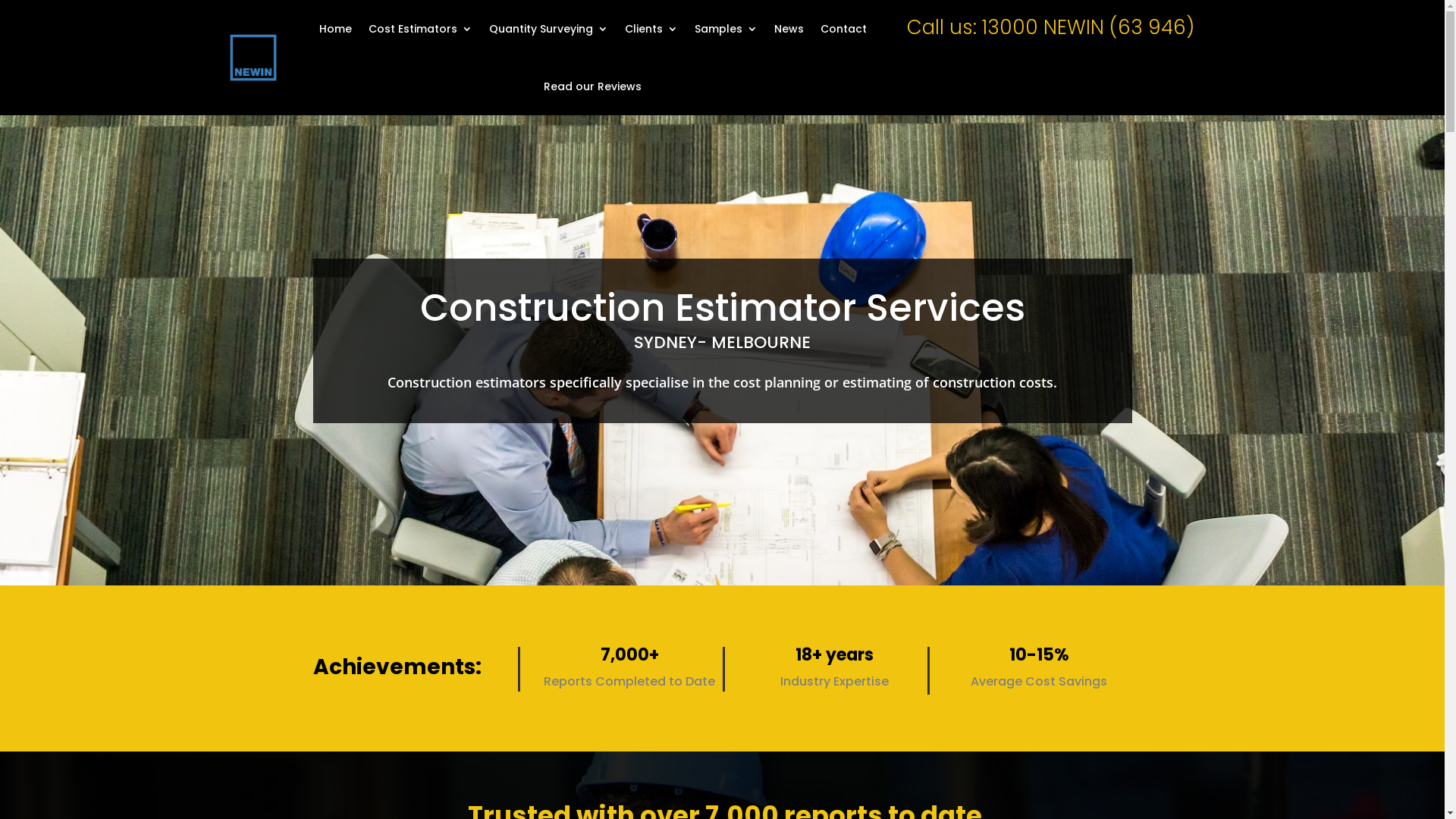  What do you see at coordinates (774, 29) in the screenshot?
I see `'News'` at bounding box center [774, 29].